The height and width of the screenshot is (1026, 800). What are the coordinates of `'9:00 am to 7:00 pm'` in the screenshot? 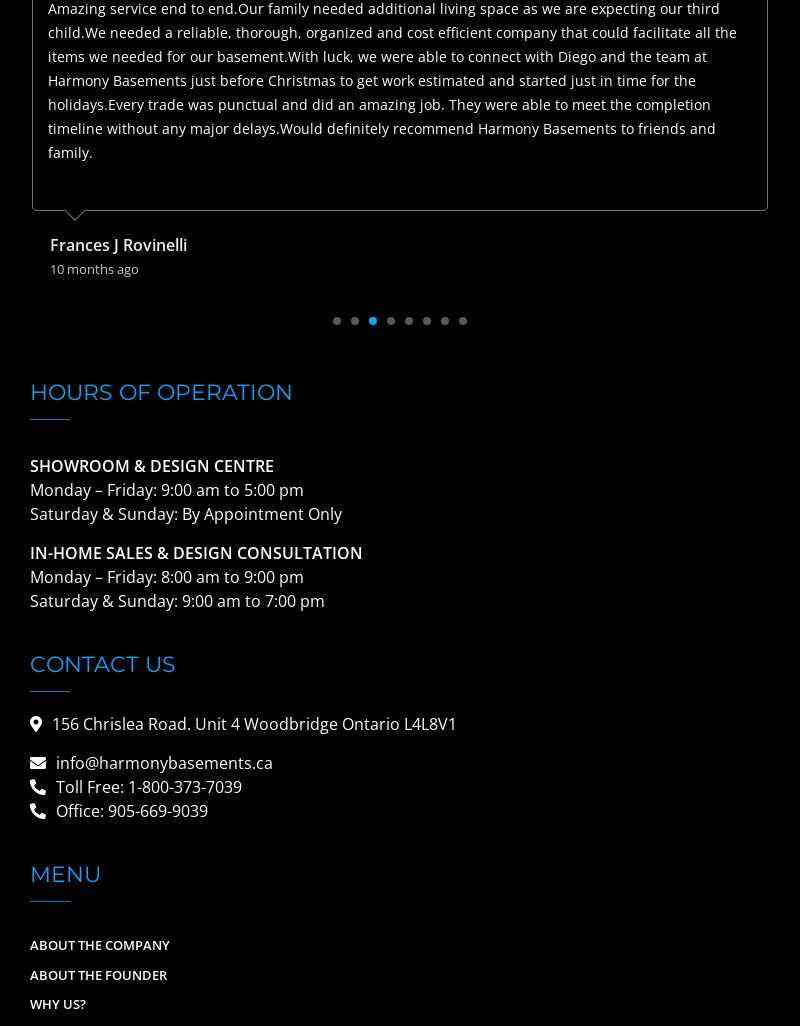 It's located at (252, 600).